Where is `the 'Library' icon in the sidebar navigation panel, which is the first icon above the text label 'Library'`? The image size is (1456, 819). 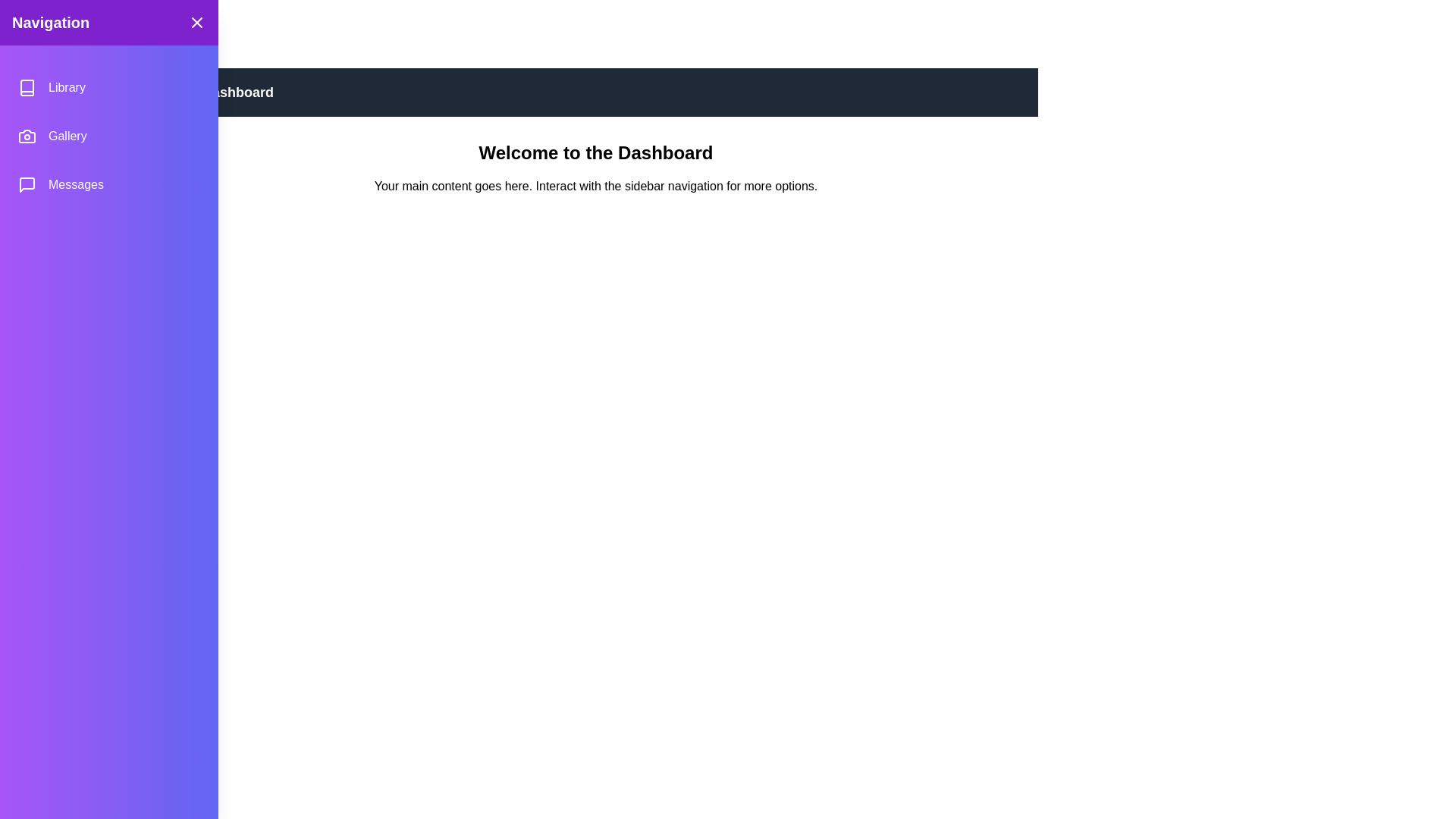 the 'Library' icon in the sidebar navigation panel, which is the first icon above the text label 'Library' is located at coordinates (27, 87).